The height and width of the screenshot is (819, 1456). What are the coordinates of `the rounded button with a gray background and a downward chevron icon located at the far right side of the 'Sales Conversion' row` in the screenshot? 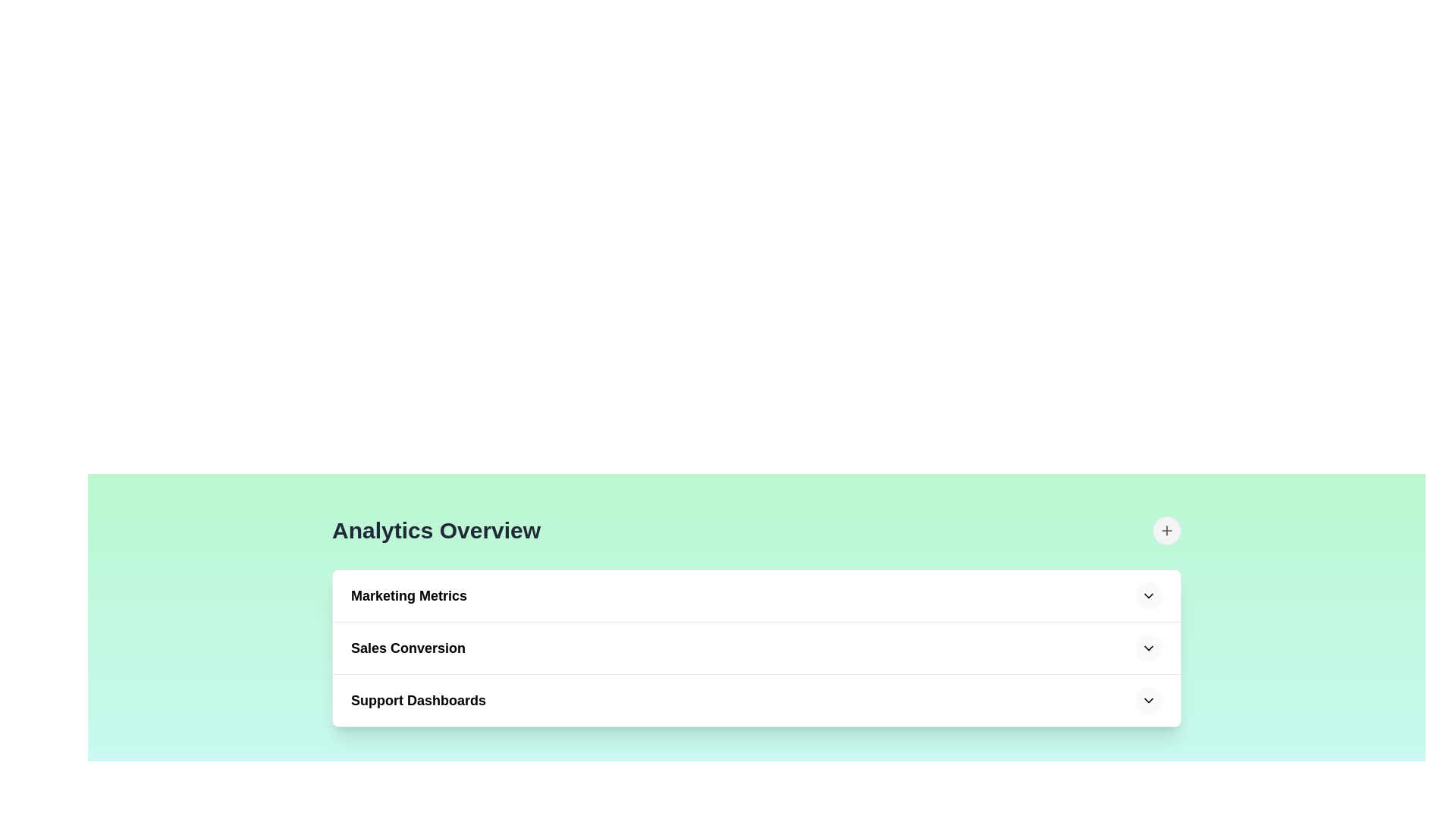 It's located at (1149, 648).